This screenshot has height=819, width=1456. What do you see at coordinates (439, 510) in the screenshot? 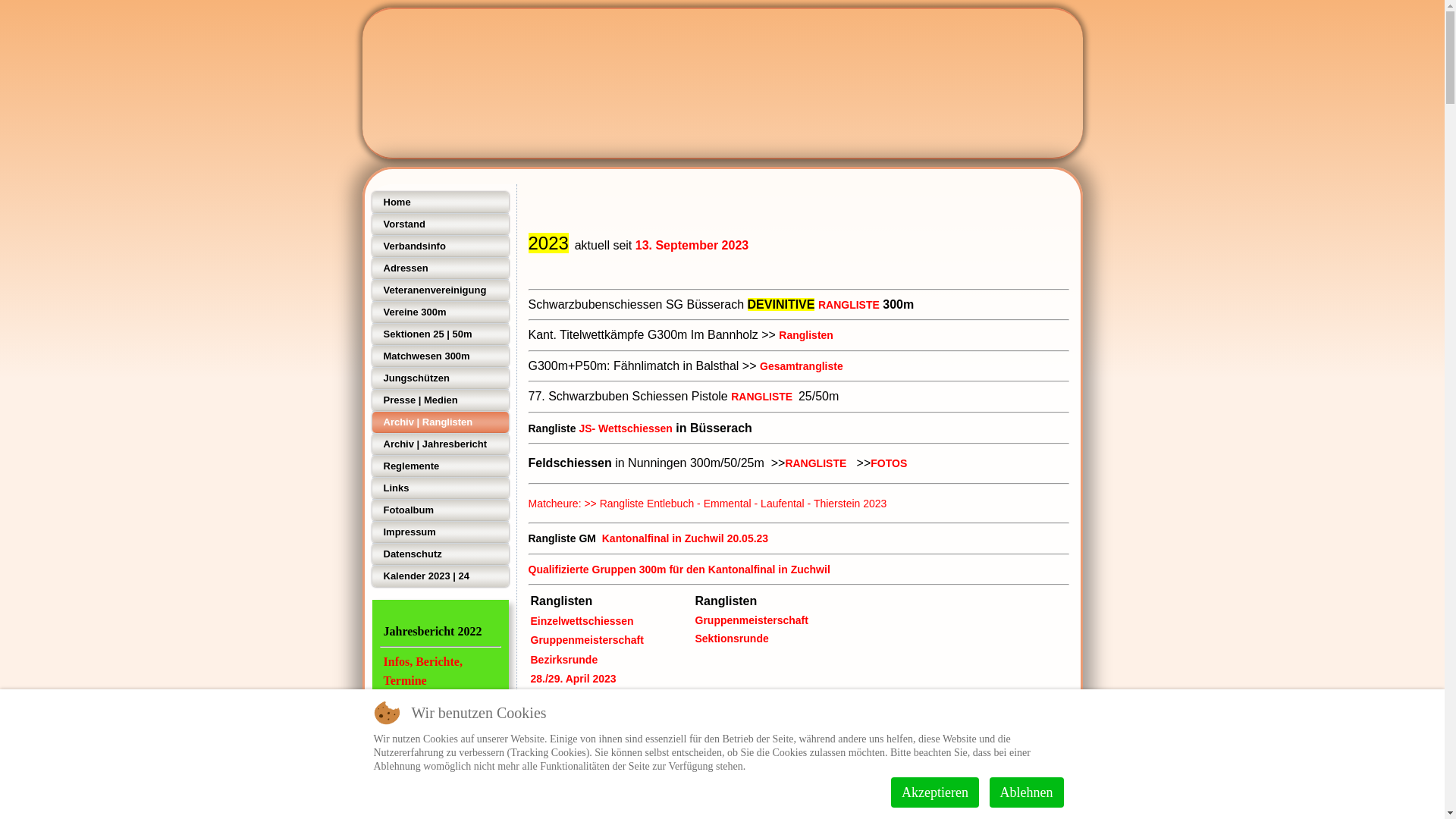
I see `'Fotoalbum'` at bounding box center [439, 510].